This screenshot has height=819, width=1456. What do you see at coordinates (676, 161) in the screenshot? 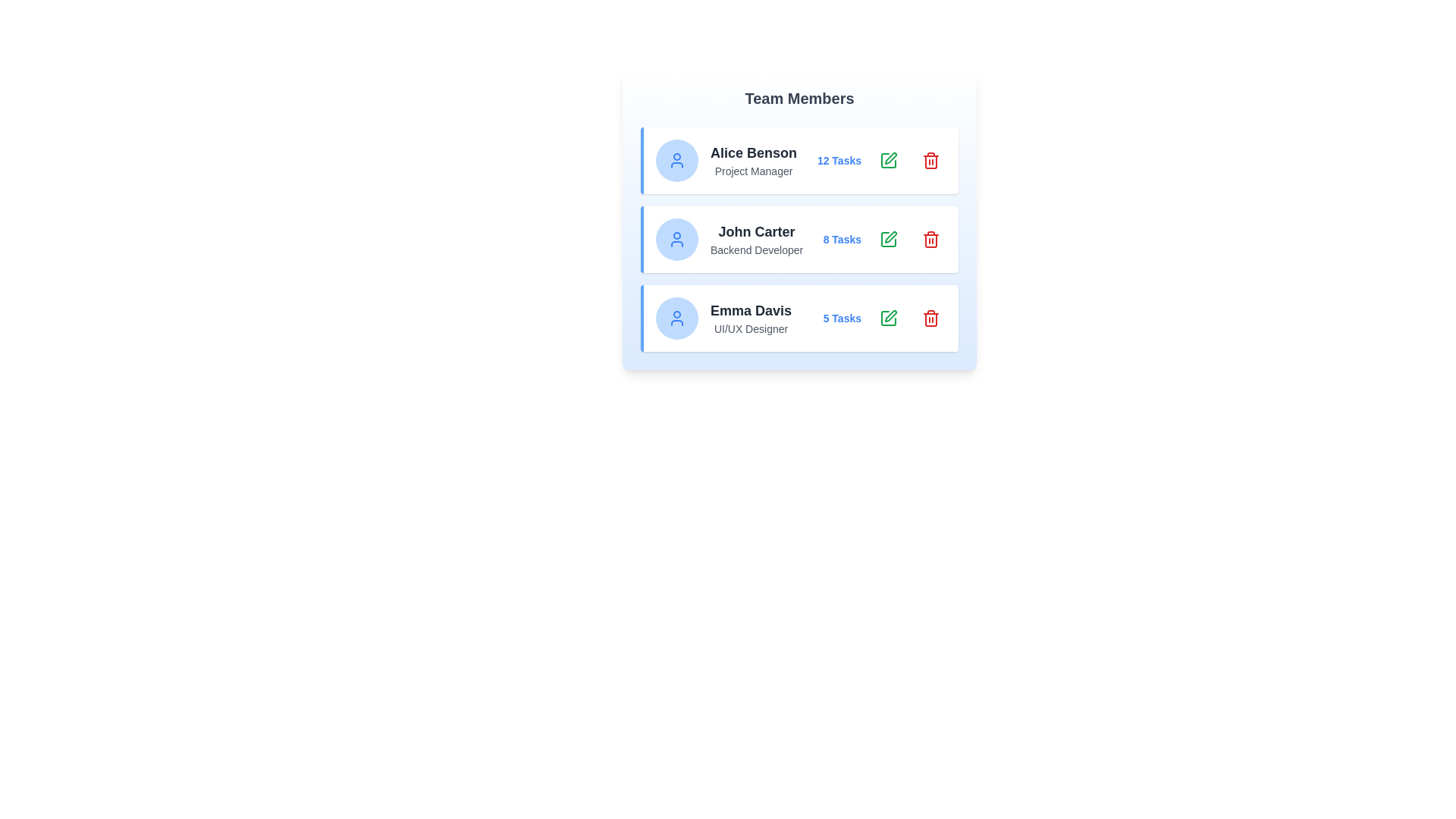
I see `the user icon for the team member Alice Benson` at bounding box center [676, 161].